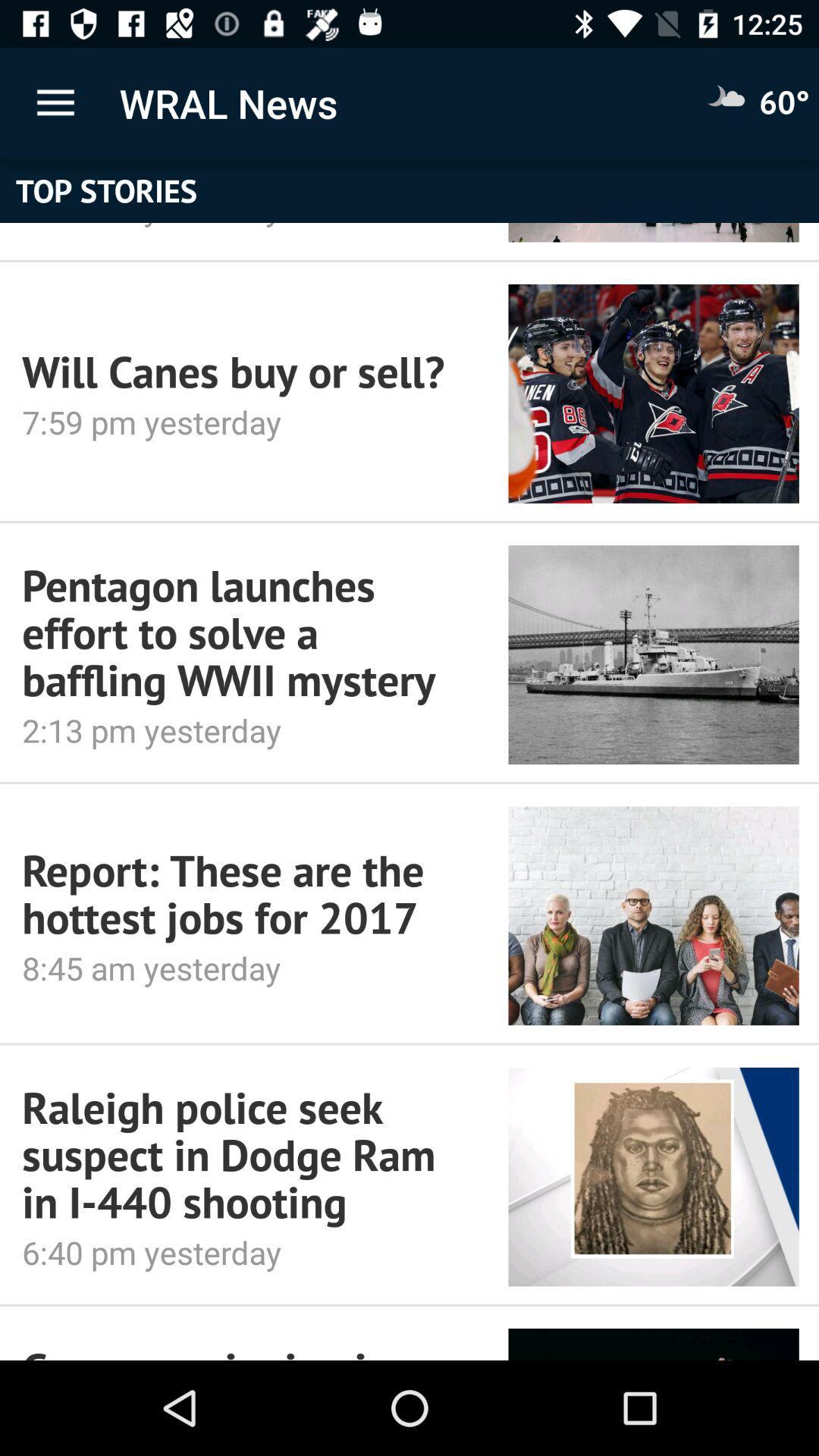 Image resolution: width=819 pixels, height=1456 pixels. What do you see at coordinates (243, 967) in the screenshot?
I see `8 45 am item` at bounding box center [243, 967].